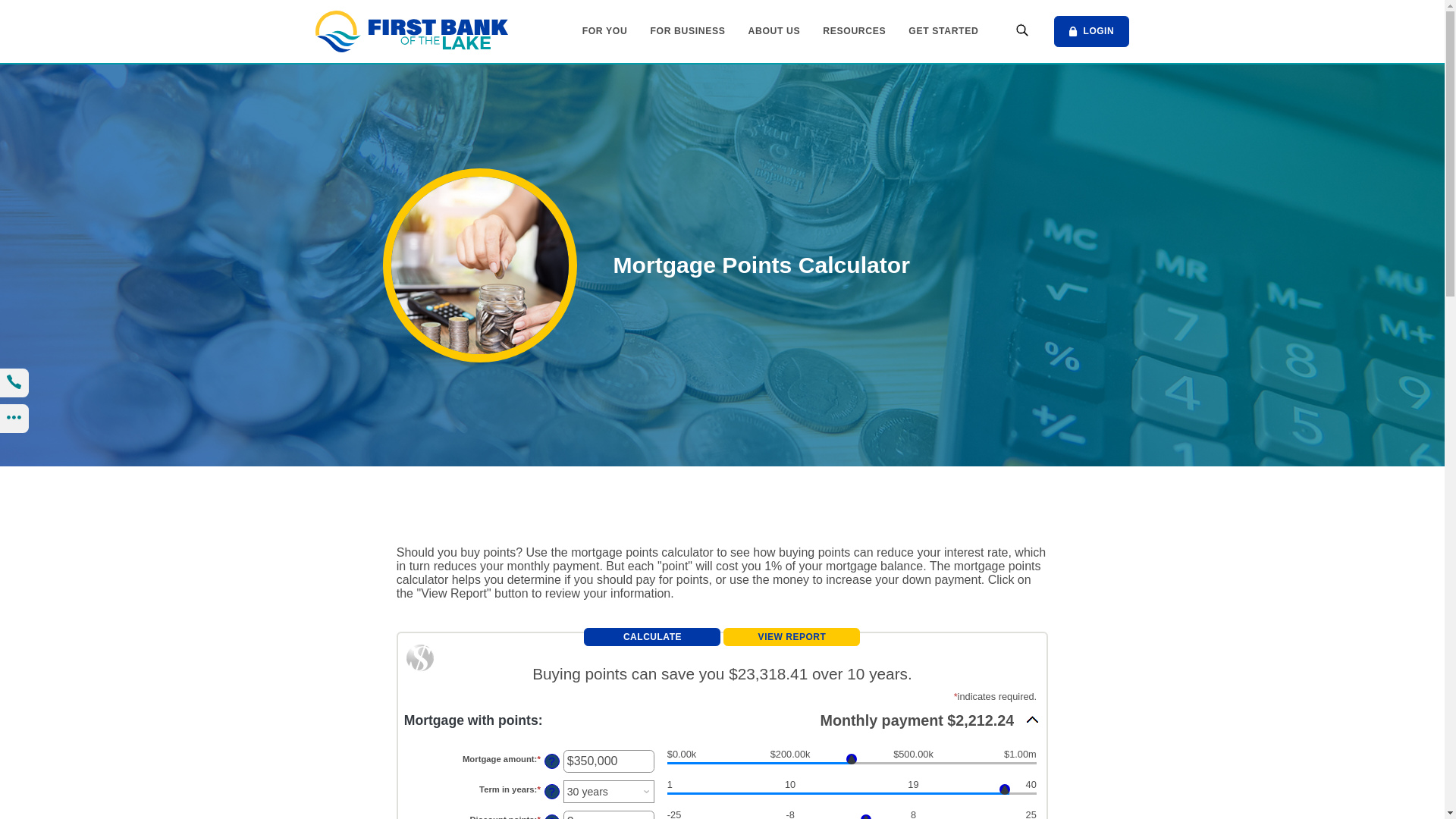  Describe the element at coordinates (551, 791) in the screenshot. I see `'?'` at that location.